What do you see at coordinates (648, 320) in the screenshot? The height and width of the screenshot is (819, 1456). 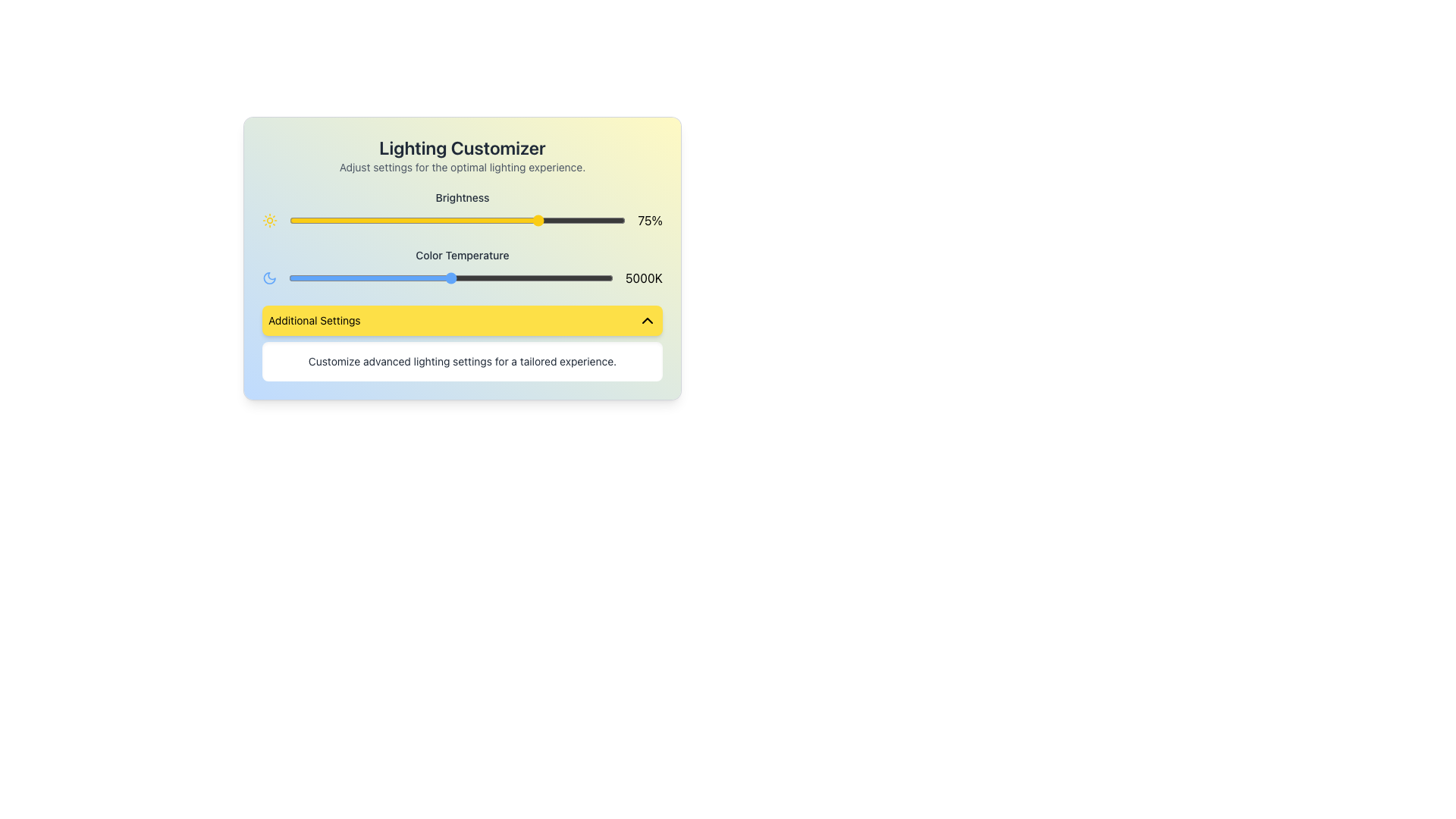 I see `the icon that indicates the expandable or collapsible section of the 'Additional Settings'` at bounding box center [648, 320].